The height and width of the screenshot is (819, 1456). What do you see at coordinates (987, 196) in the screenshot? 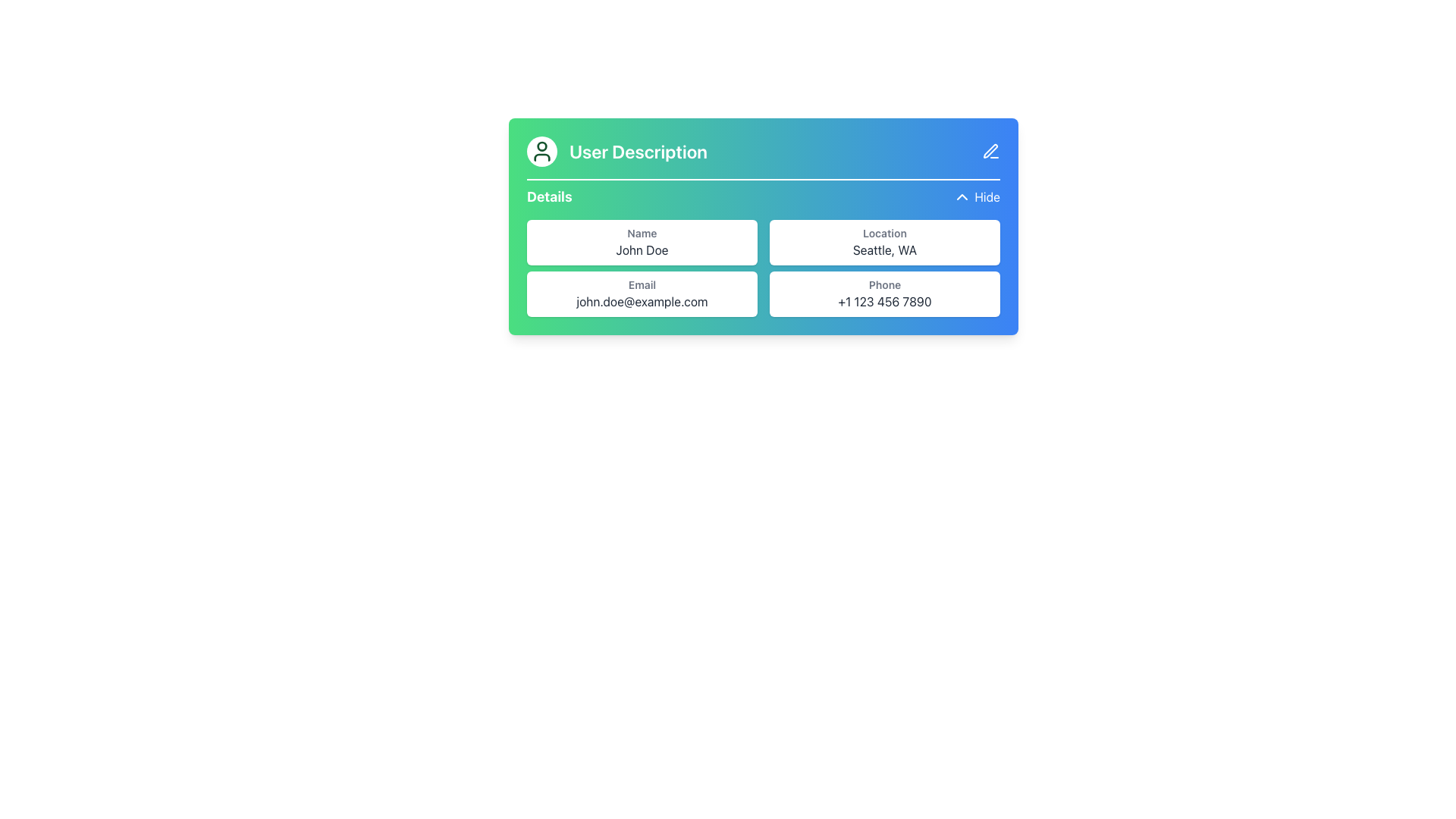
I see `the 'Hide' text label, which has a white font on a blue background, located at the bottom-right corner of the card interface, next to an upward-pointing chevron icon` at bounding box center [987, 196].